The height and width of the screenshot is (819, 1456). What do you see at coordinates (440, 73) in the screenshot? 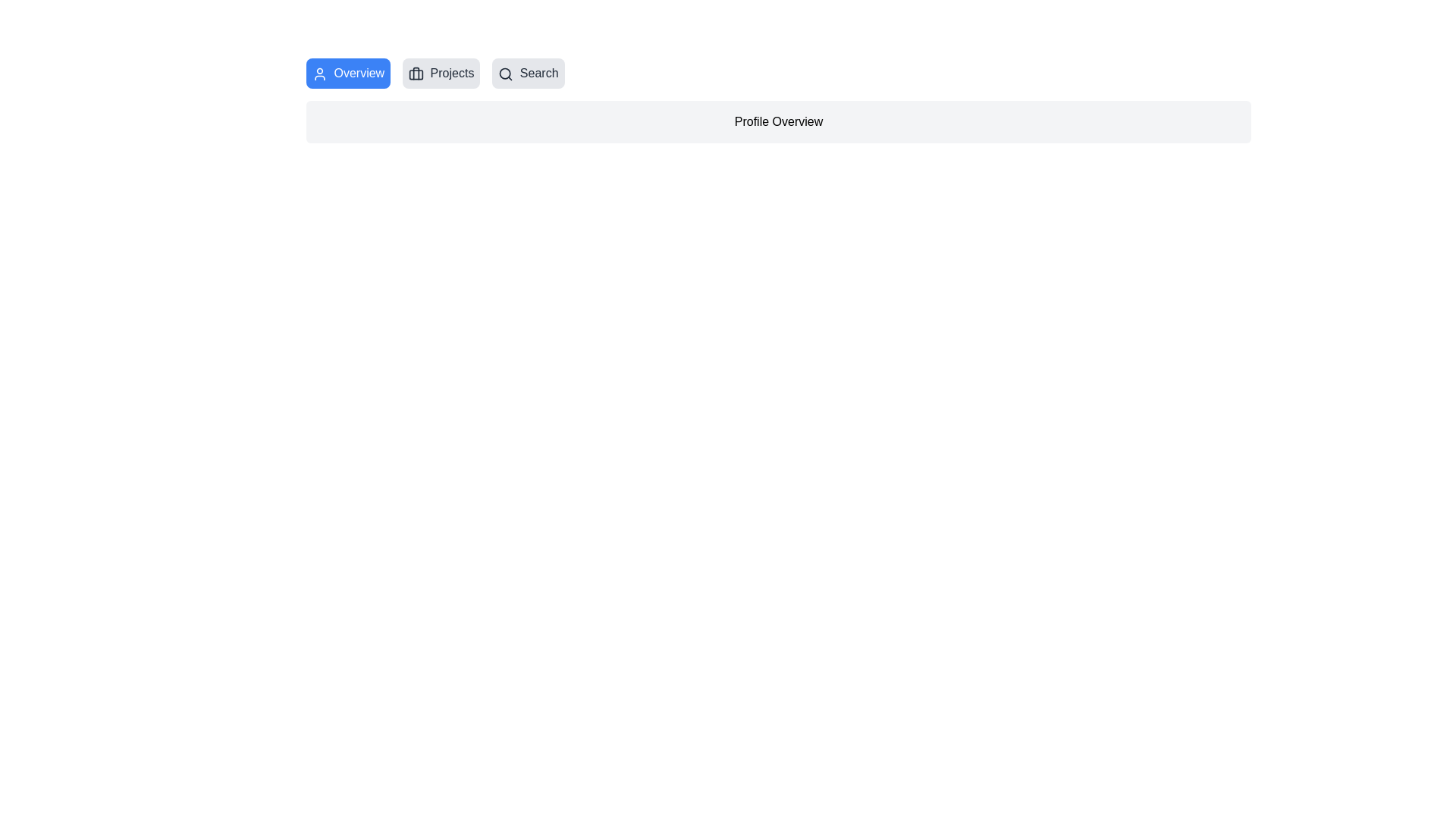
I see `the tab labeled Projects to observe its hover effect` at bounding box center [440, 73].